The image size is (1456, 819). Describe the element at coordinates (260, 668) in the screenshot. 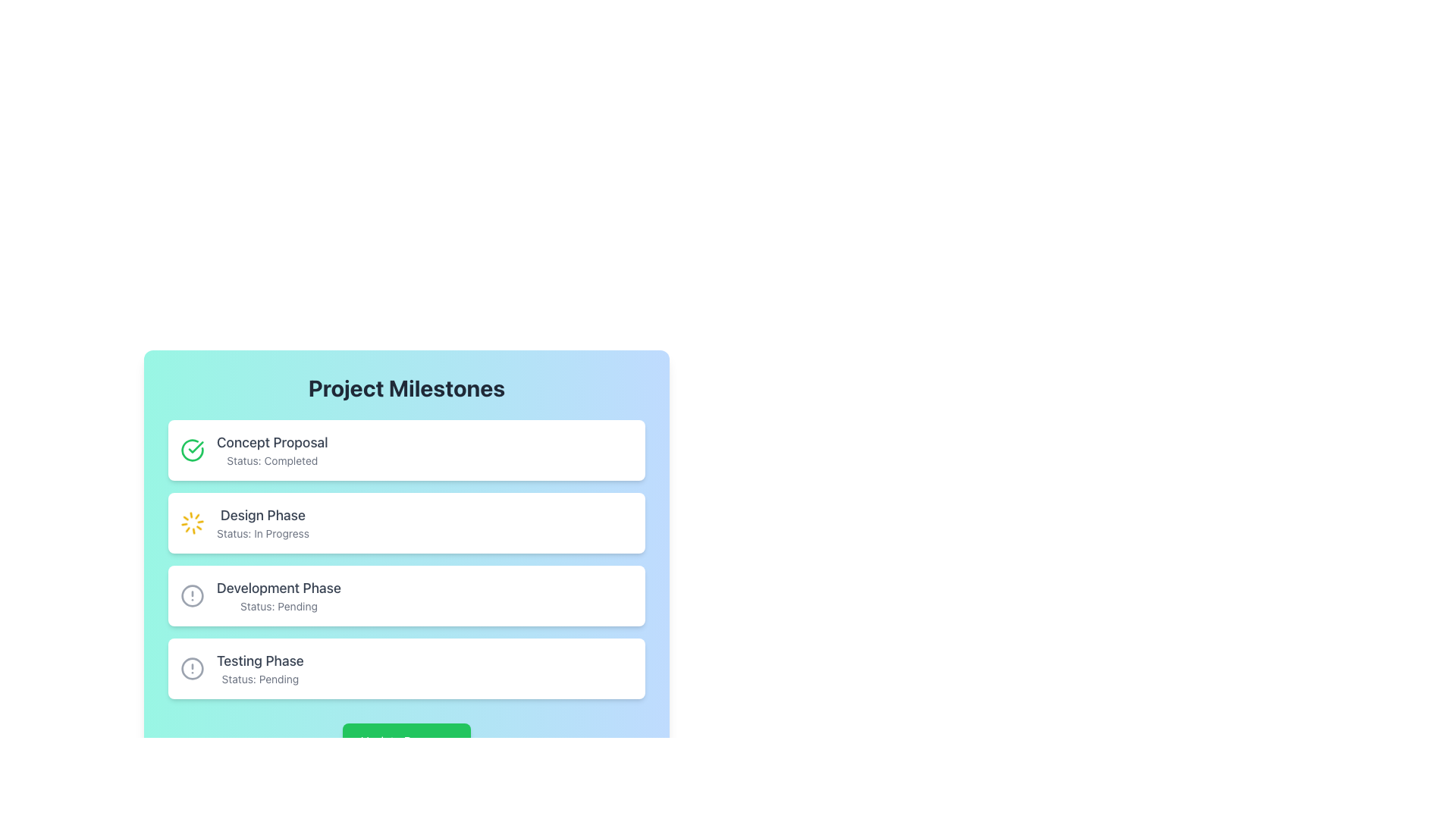

I see `the Text Display element indicating the 'Testing Phase' milestone, which shows its status as 'Pending'. This element is the fourth in a vertical list of project milestones, located below the 'Development Phase'` at that location.